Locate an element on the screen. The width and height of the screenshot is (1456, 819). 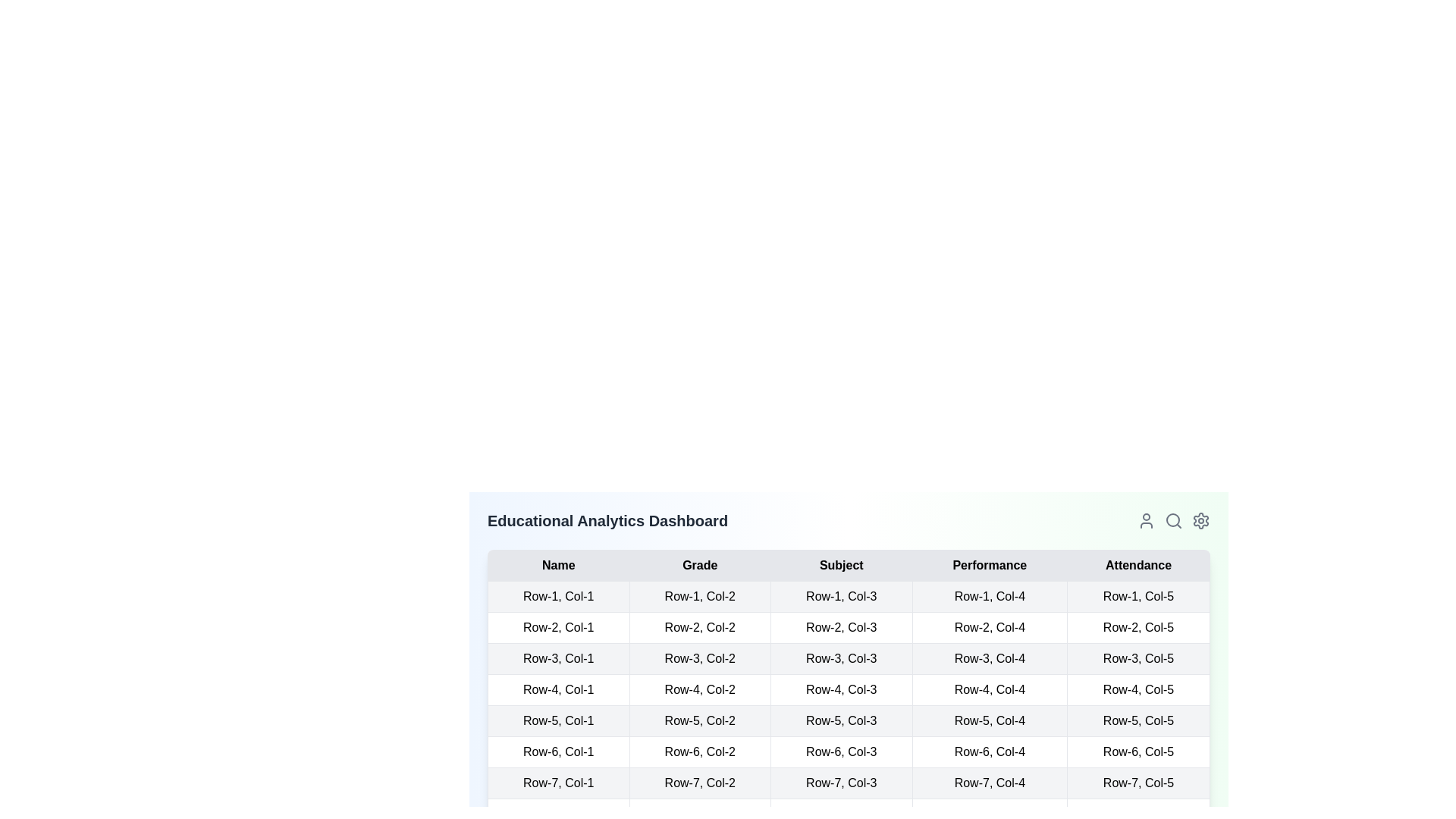
the column header Attendance to sort the table by that column is located at coordinates (1138, 565).